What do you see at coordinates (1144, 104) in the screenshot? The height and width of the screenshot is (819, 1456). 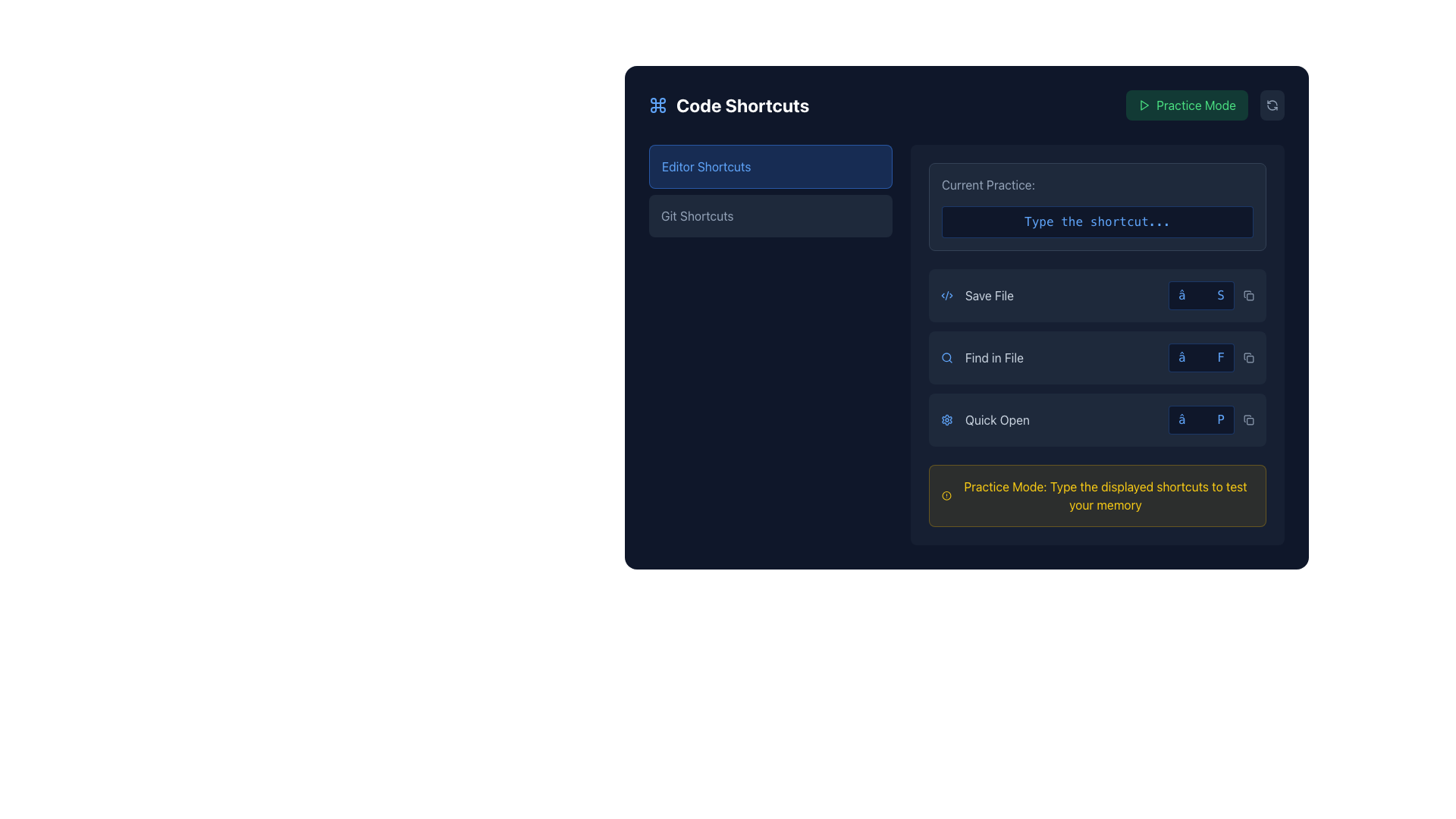 I see `the SVG-based play icon that indicates the 'Practice Mode' feature, positioned to the left of the 'Practice Mode' button text` at bounding box center [1144, 104].